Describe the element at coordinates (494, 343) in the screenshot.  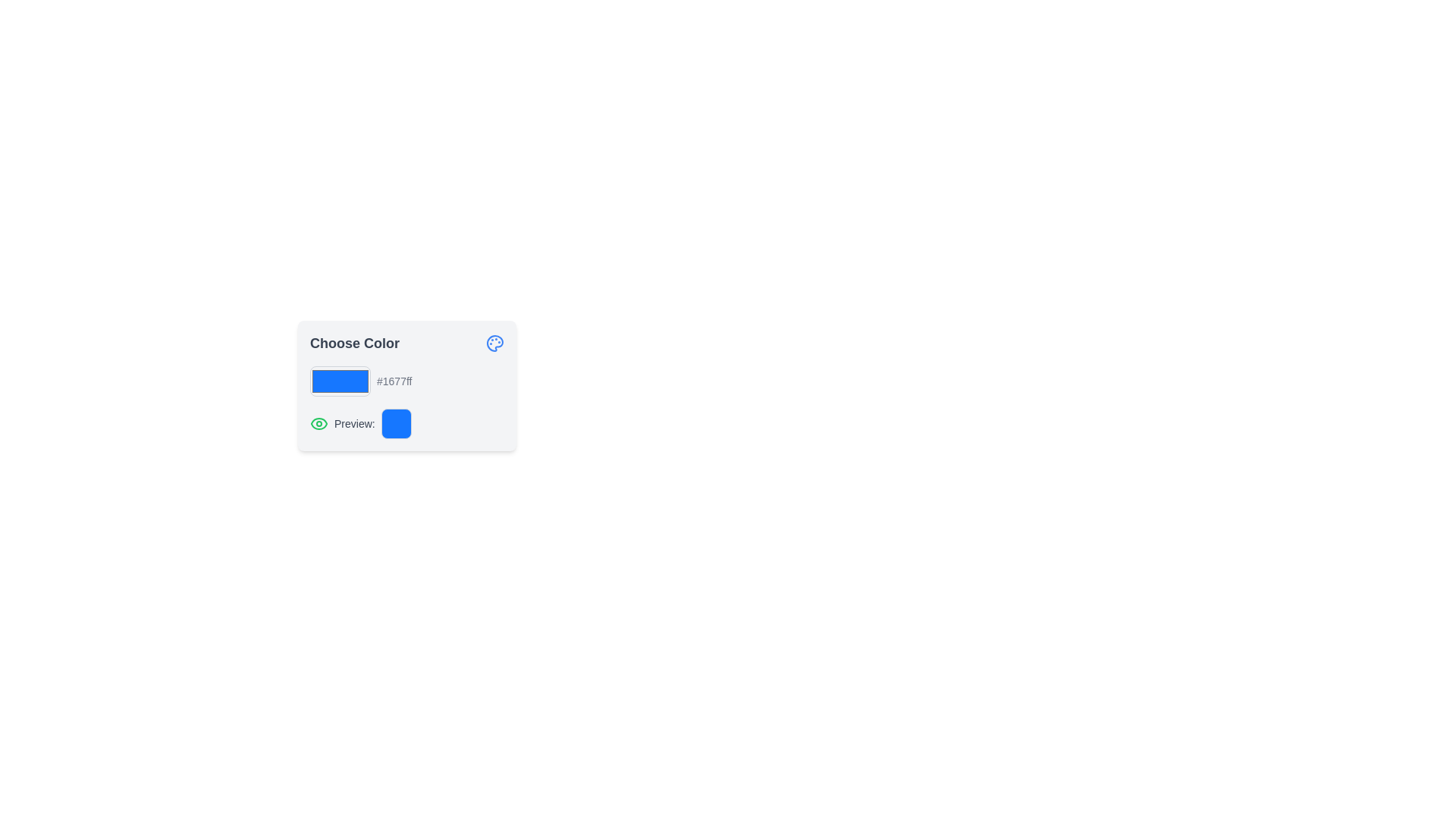
I see `the small blue palette icon located in the top-right corner of the 'Choose Color' section` at that location.